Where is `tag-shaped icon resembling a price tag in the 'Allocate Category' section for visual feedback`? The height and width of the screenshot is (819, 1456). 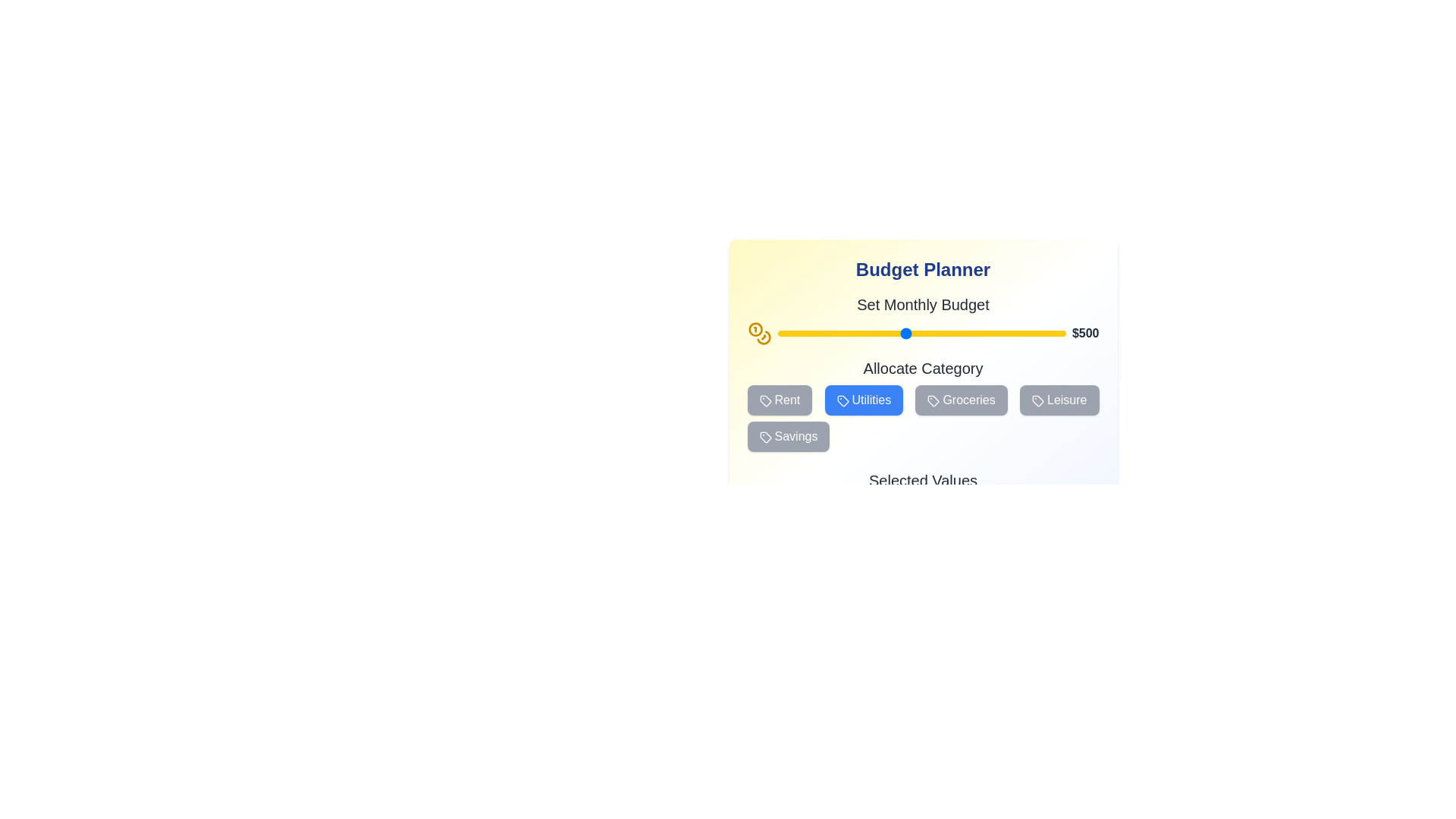
tag-shaped icon resembling a price tag in the 'Allocate Category' section for visual feedback is located at coordinates (765, 437).